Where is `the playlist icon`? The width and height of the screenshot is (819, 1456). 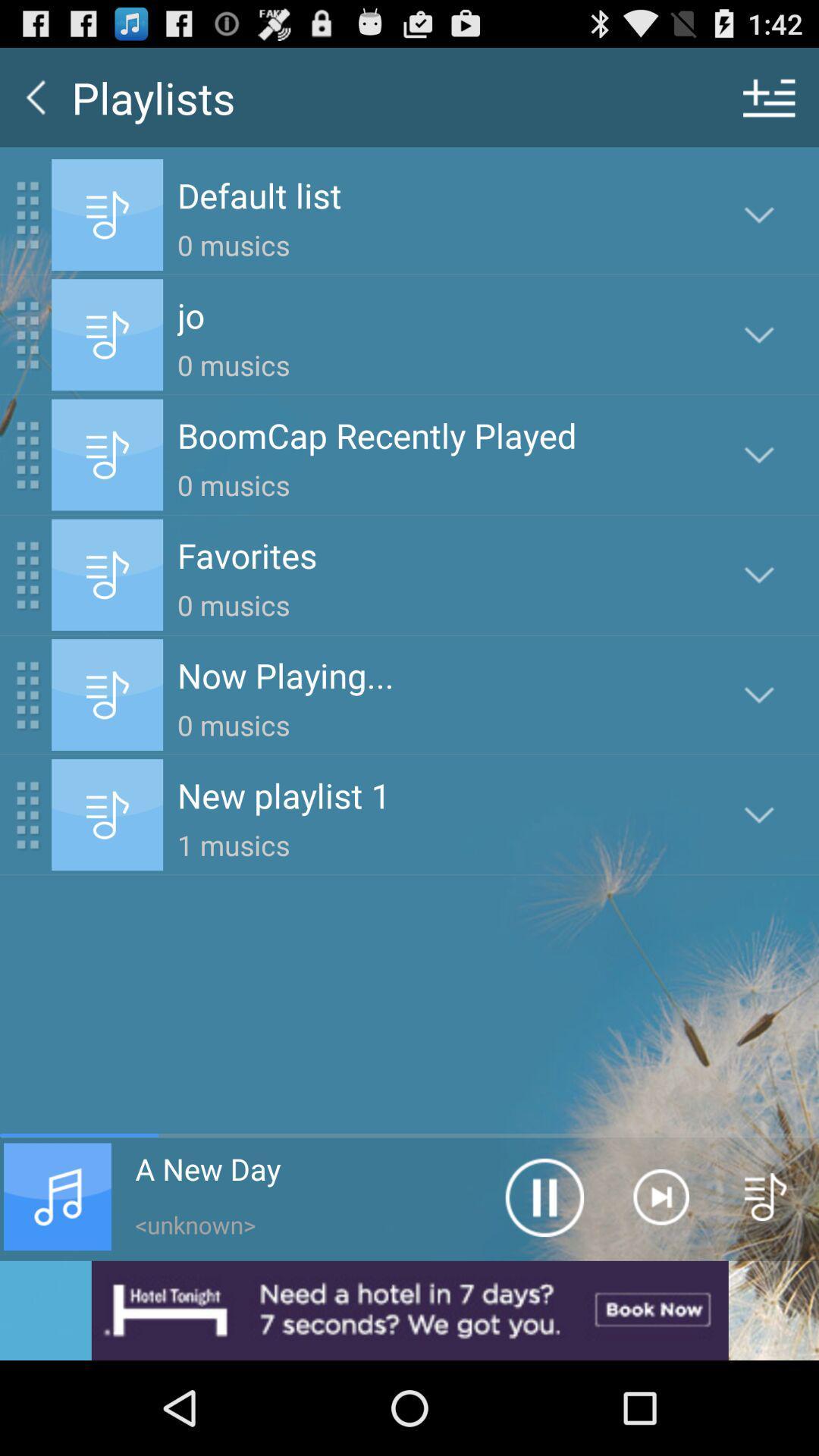
the playlist icon is located at coordinates (766, 1280).